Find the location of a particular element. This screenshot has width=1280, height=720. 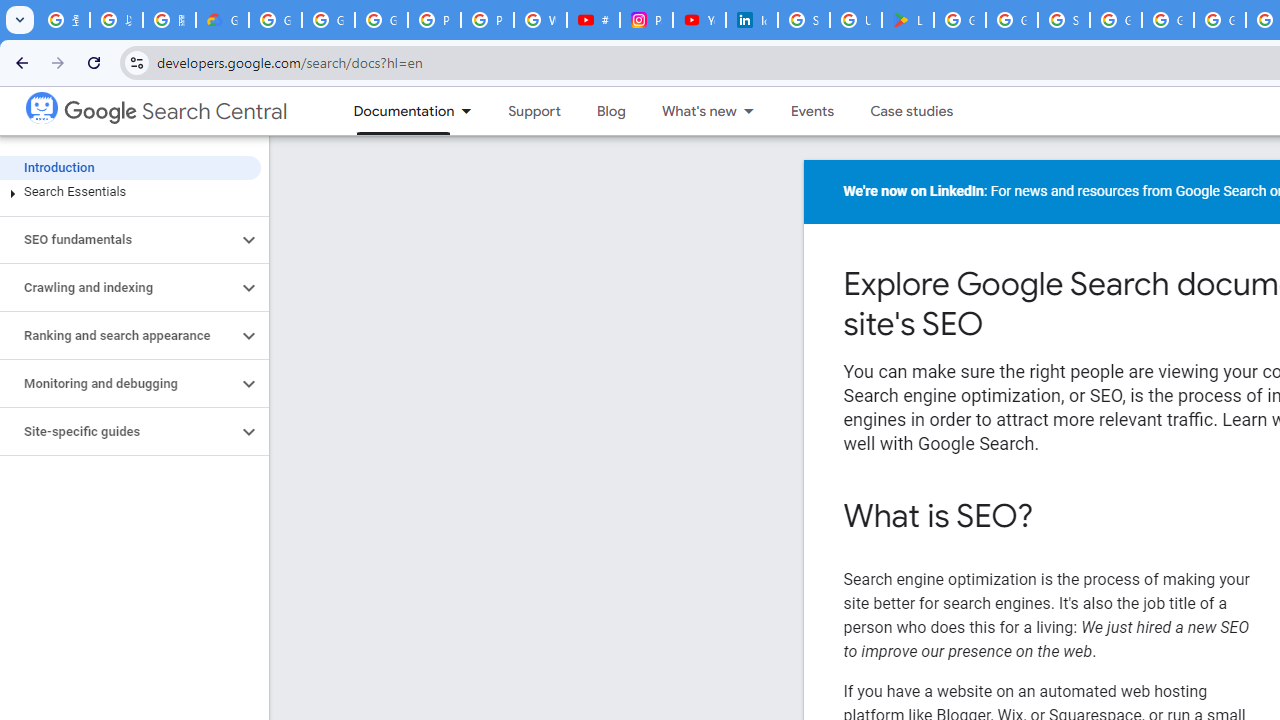

'Site-specific guides' is located at coordinates (117, 431).